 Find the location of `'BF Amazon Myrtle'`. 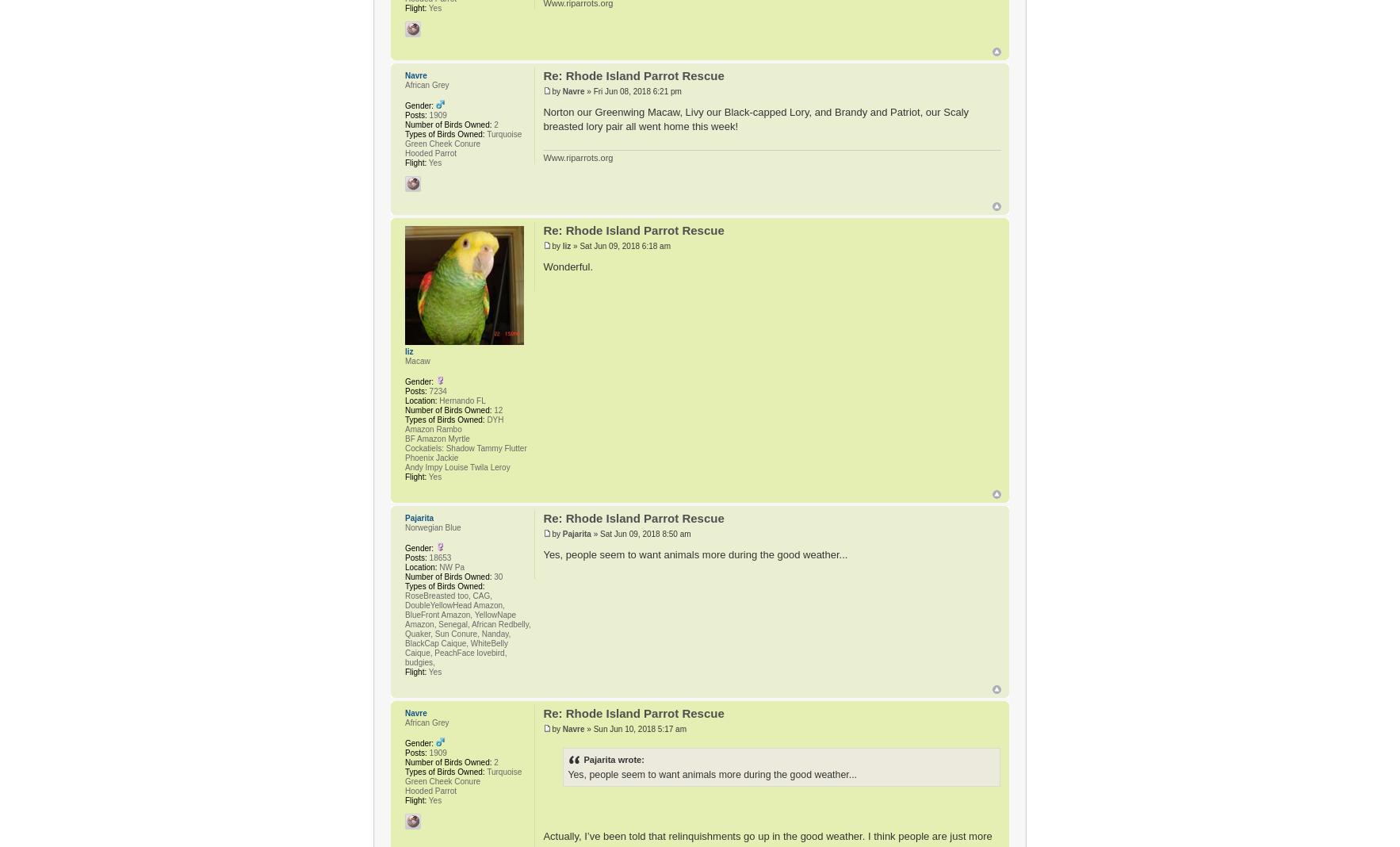

'BF Amazon Myrtle' is located at coordinates (405, 438).